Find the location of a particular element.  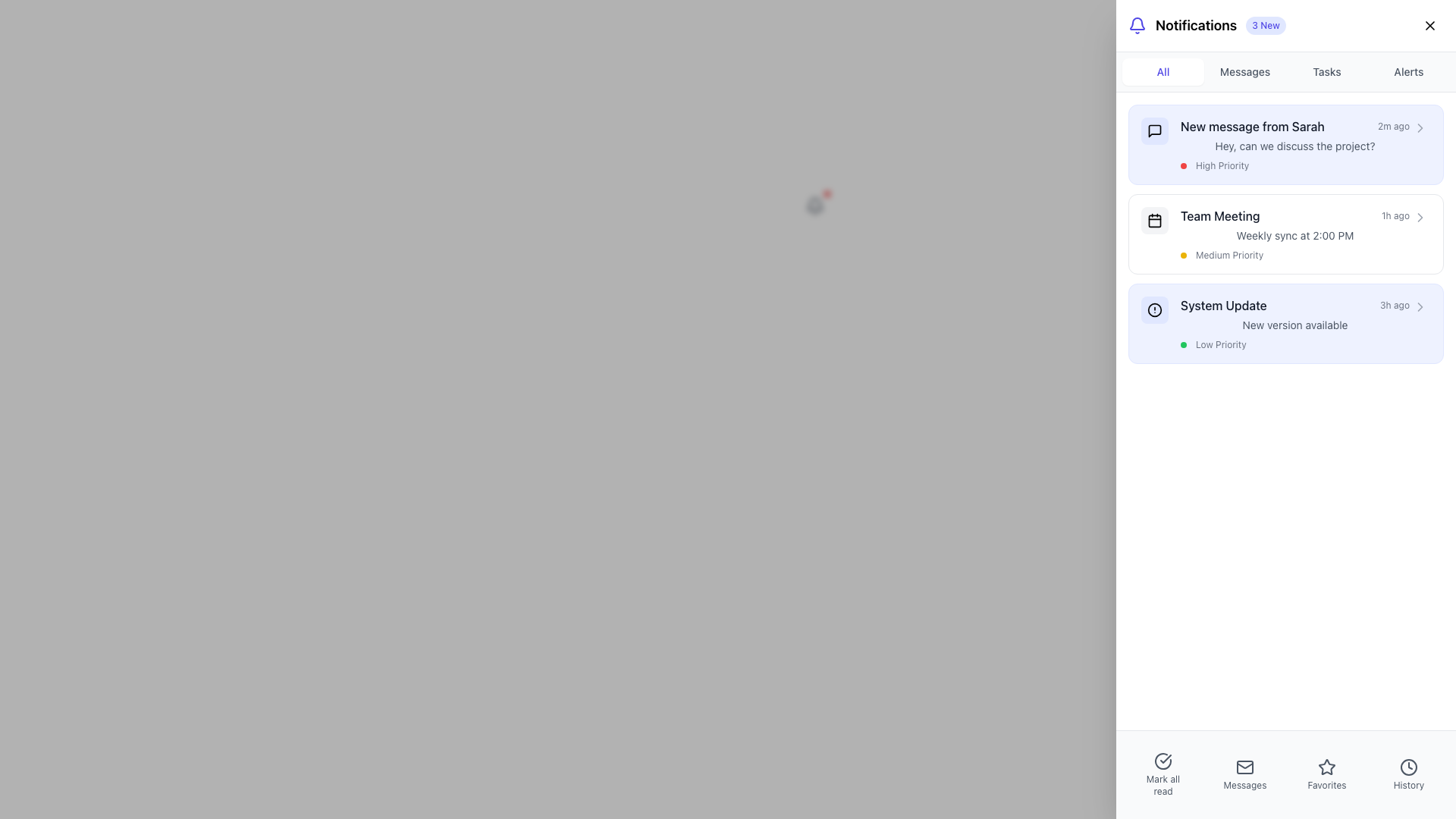

the checkmark graphical element in the footer area of the interface, which is part of the 'Mark all read' button, located to the far left among other interactive elements is located at coordinates (1165, 759).